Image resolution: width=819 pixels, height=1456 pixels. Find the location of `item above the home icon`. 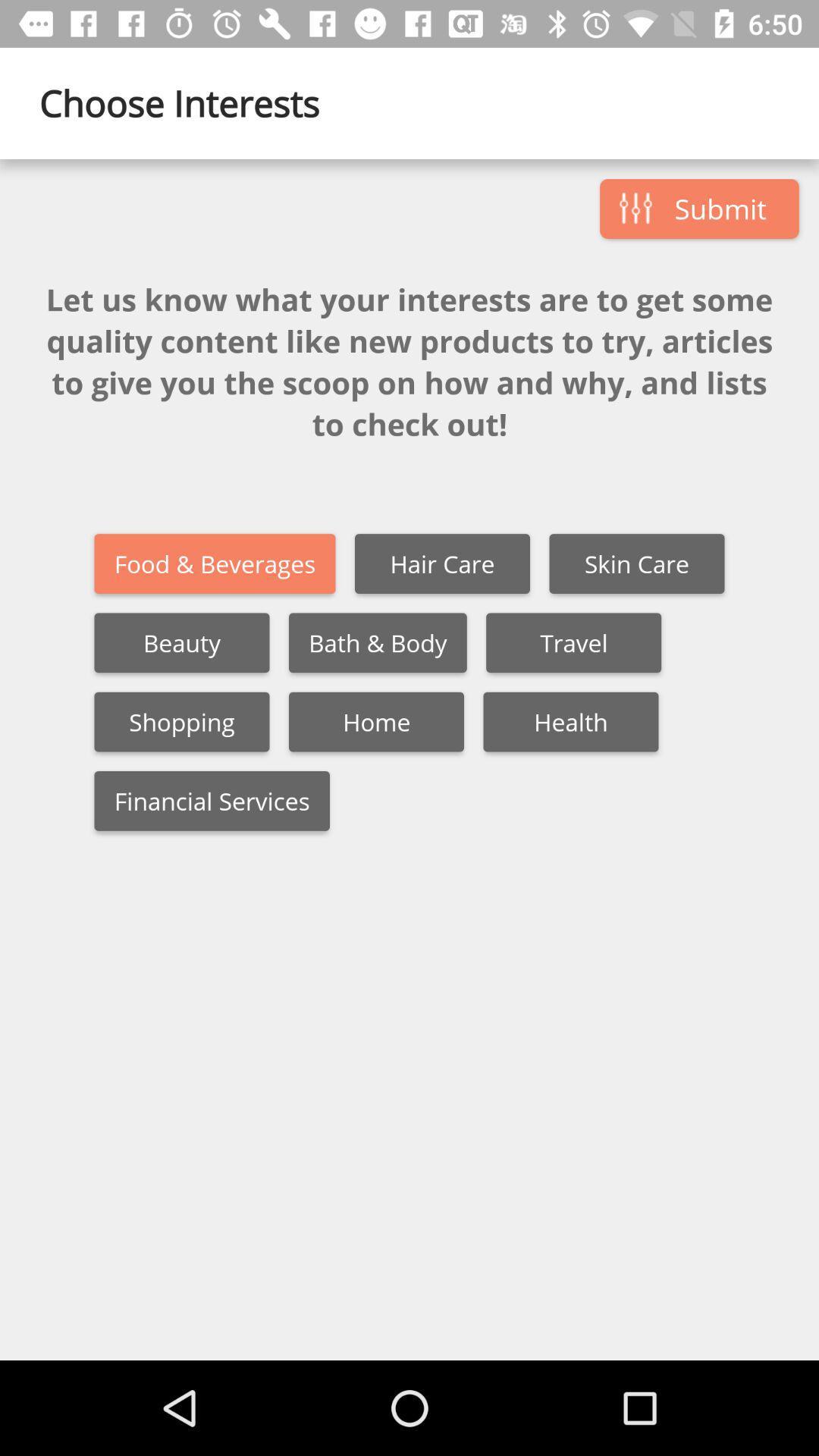

item above the home icon is located at coordinates (377, 642).